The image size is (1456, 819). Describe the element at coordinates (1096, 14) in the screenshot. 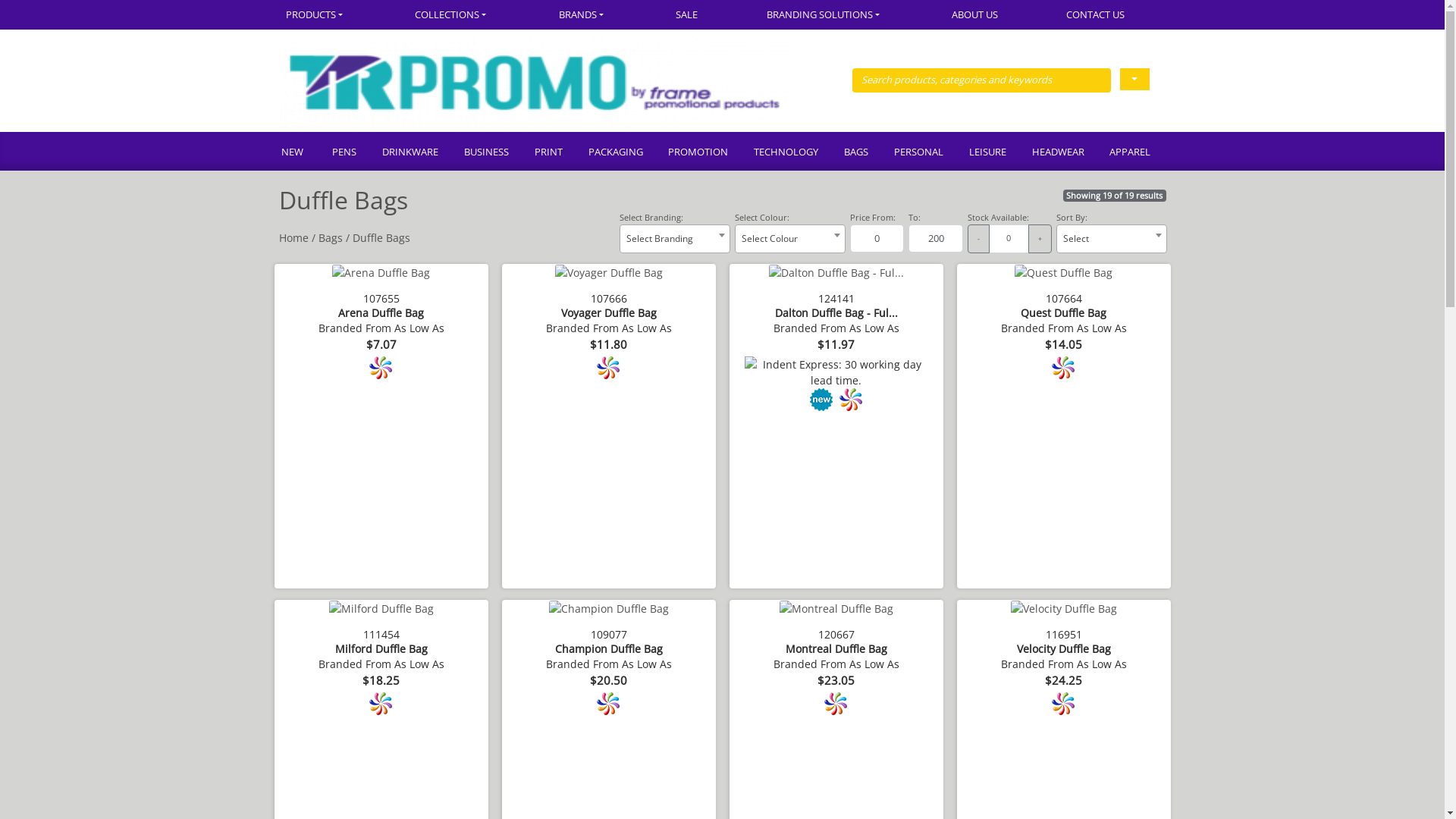

I see `'CONTACT US'` at that location.